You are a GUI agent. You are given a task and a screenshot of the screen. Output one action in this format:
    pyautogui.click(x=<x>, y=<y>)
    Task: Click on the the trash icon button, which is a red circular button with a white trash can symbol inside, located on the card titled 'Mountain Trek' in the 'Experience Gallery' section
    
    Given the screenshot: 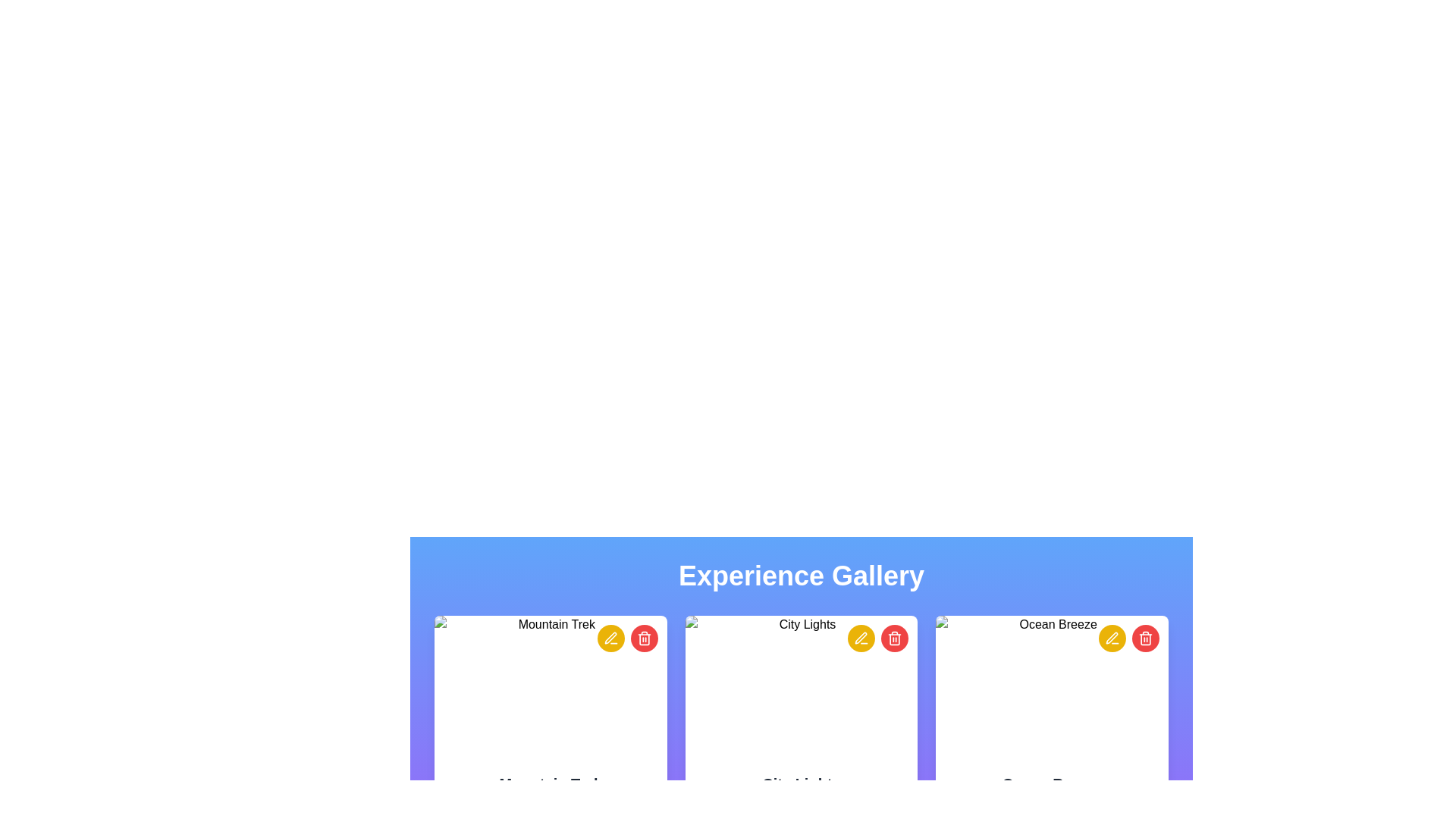 What is the action you would take?
    pyautogui.click(x=644, y=638)
    